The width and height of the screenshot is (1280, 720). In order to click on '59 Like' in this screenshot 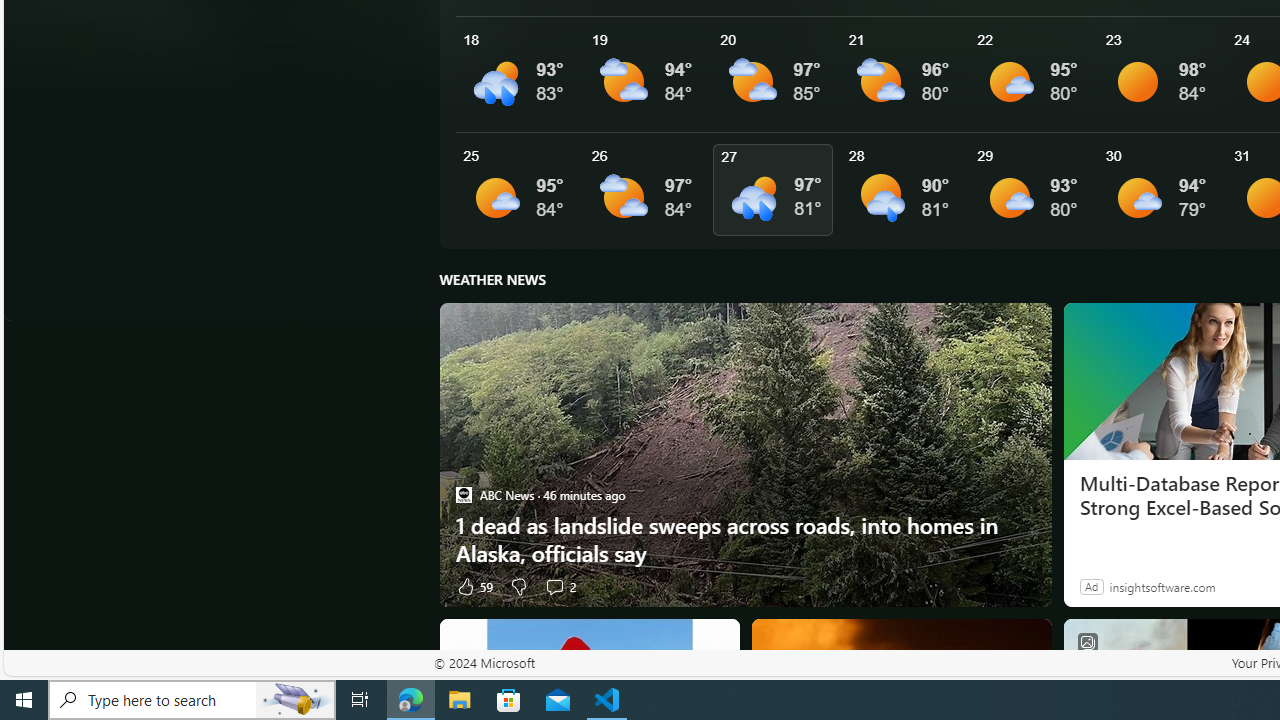, I will do `click(472, 585)`.